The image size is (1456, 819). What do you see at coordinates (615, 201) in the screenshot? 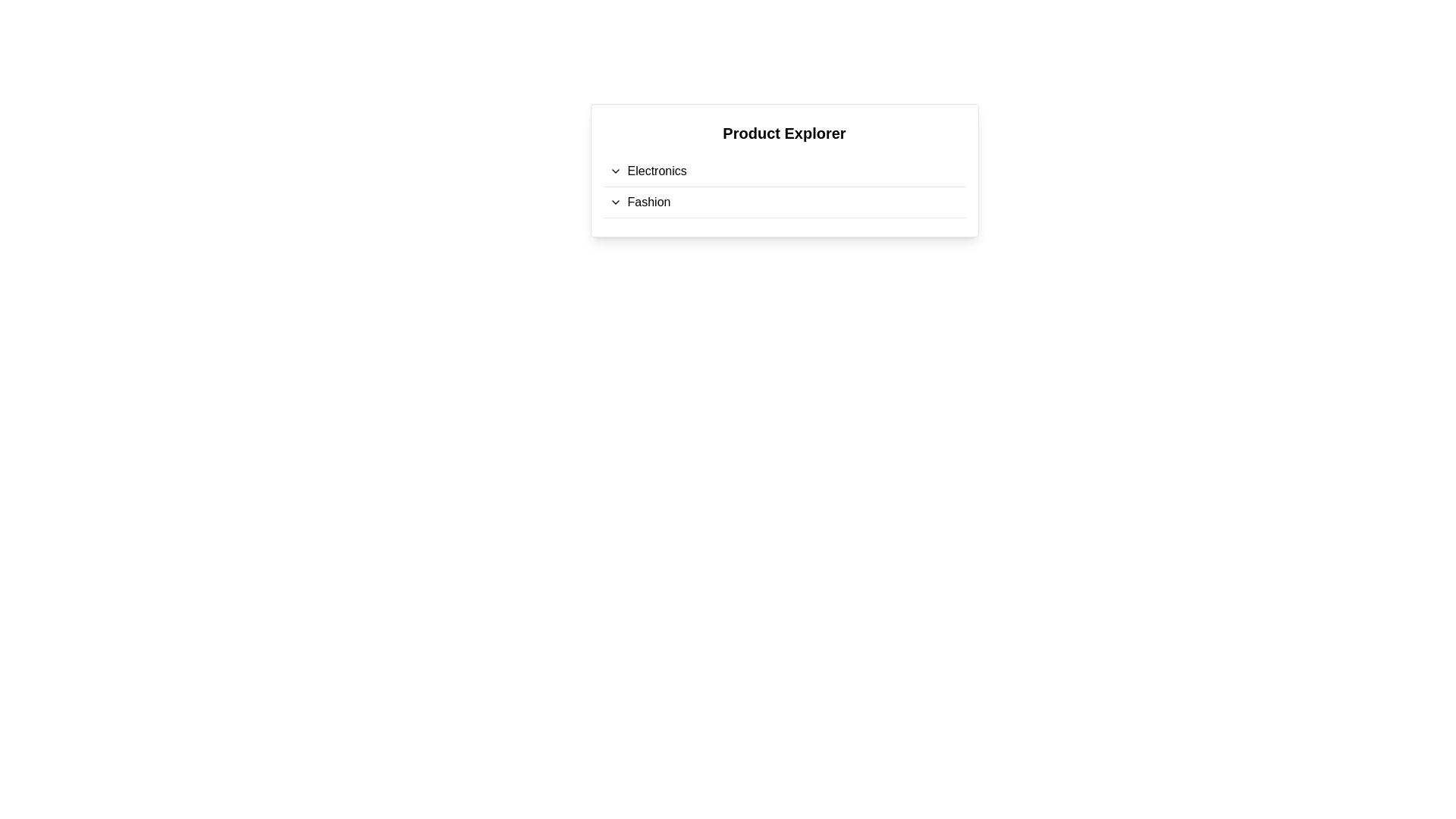
I see `the dropdown indicator icon` at bounding box center [615, 201].